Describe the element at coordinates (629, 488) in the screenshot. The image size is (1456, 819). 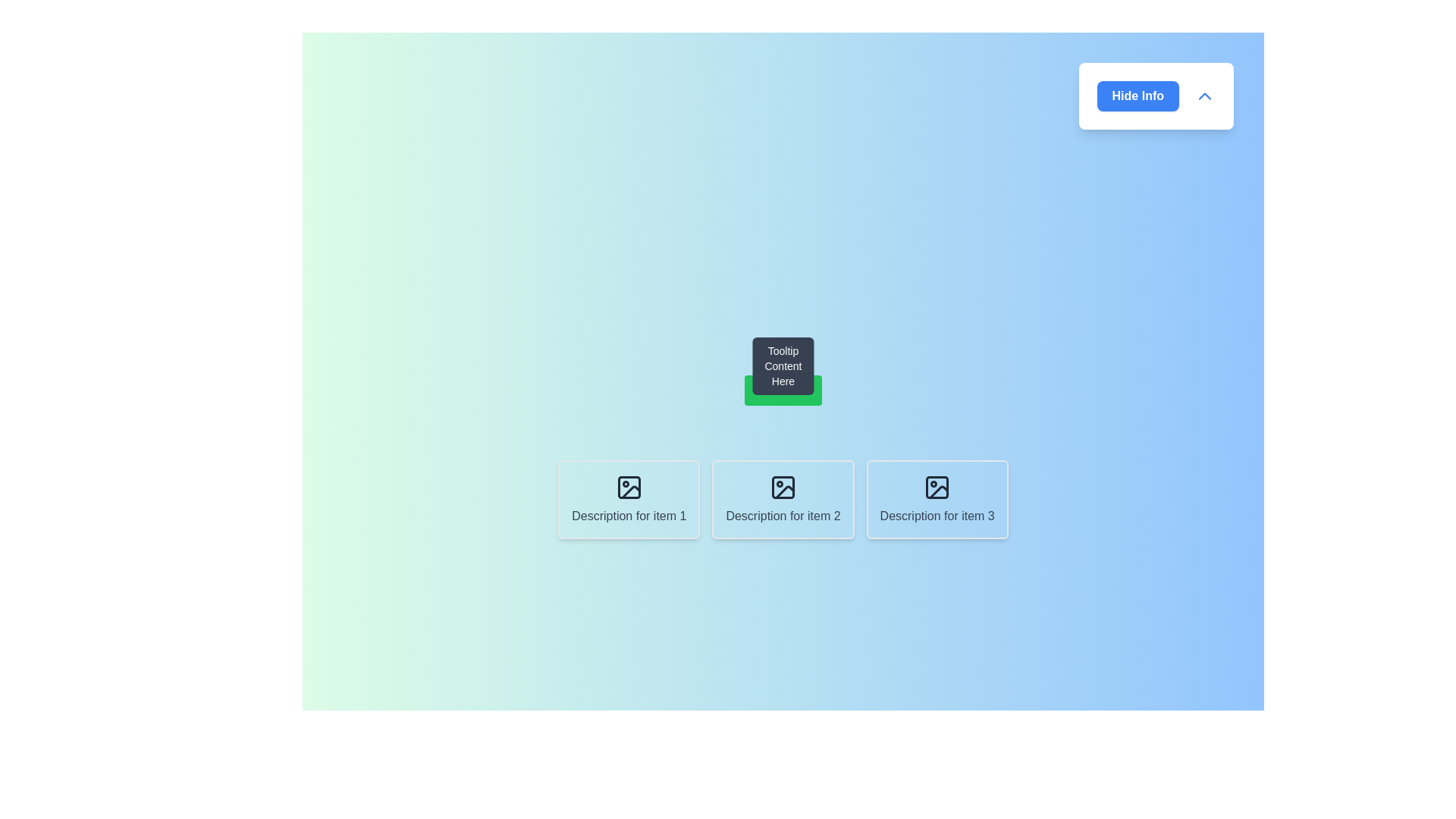
I see `the decorative or identification icon located above the label 'Description for item 1' in the first card of three equally spaced cards at the bottom center of the interface` at that location.